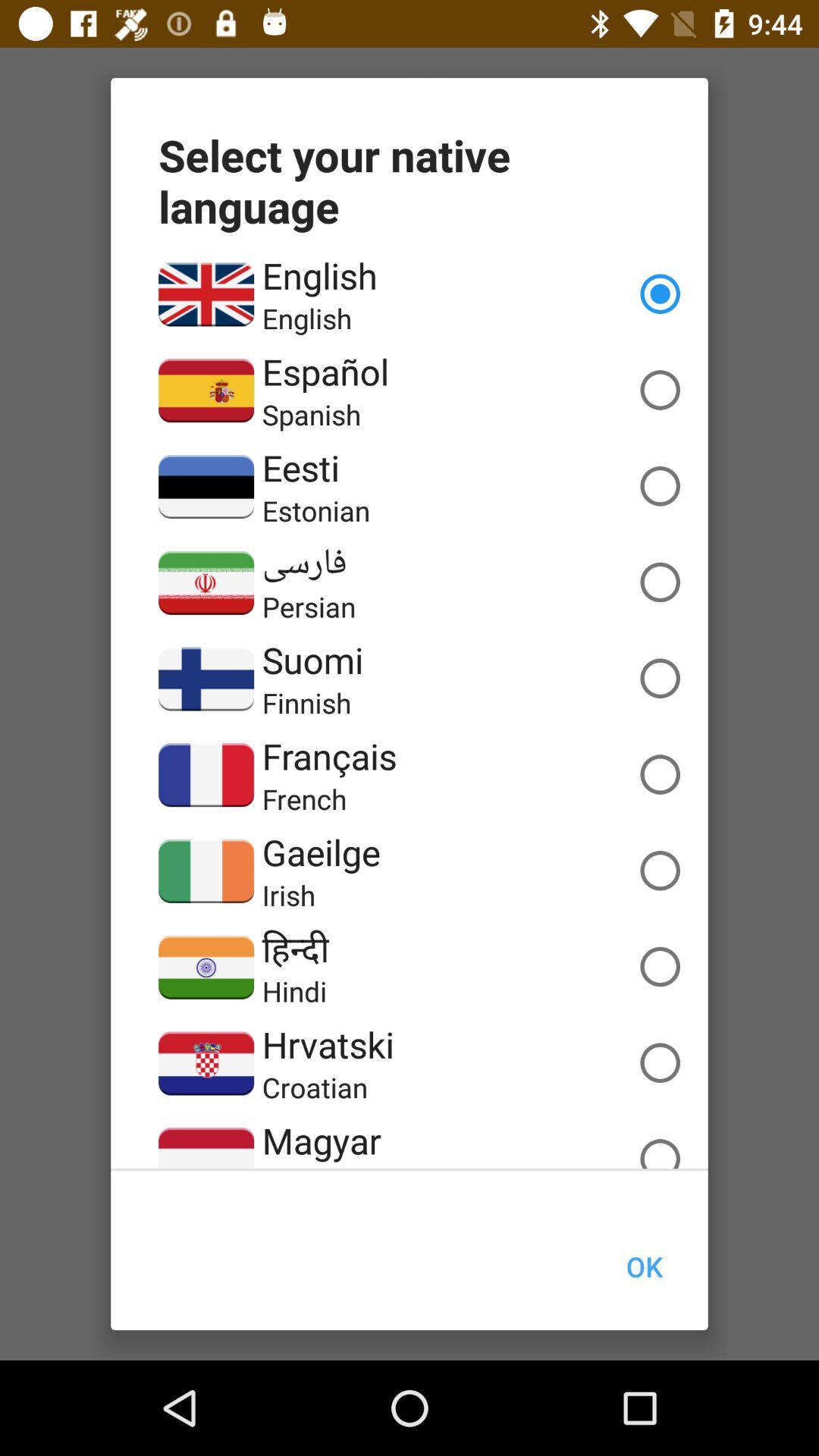  What do you see at coordinates (304, 798) in the screenshot?
I see `the french item` at bounding box center [304, 798].